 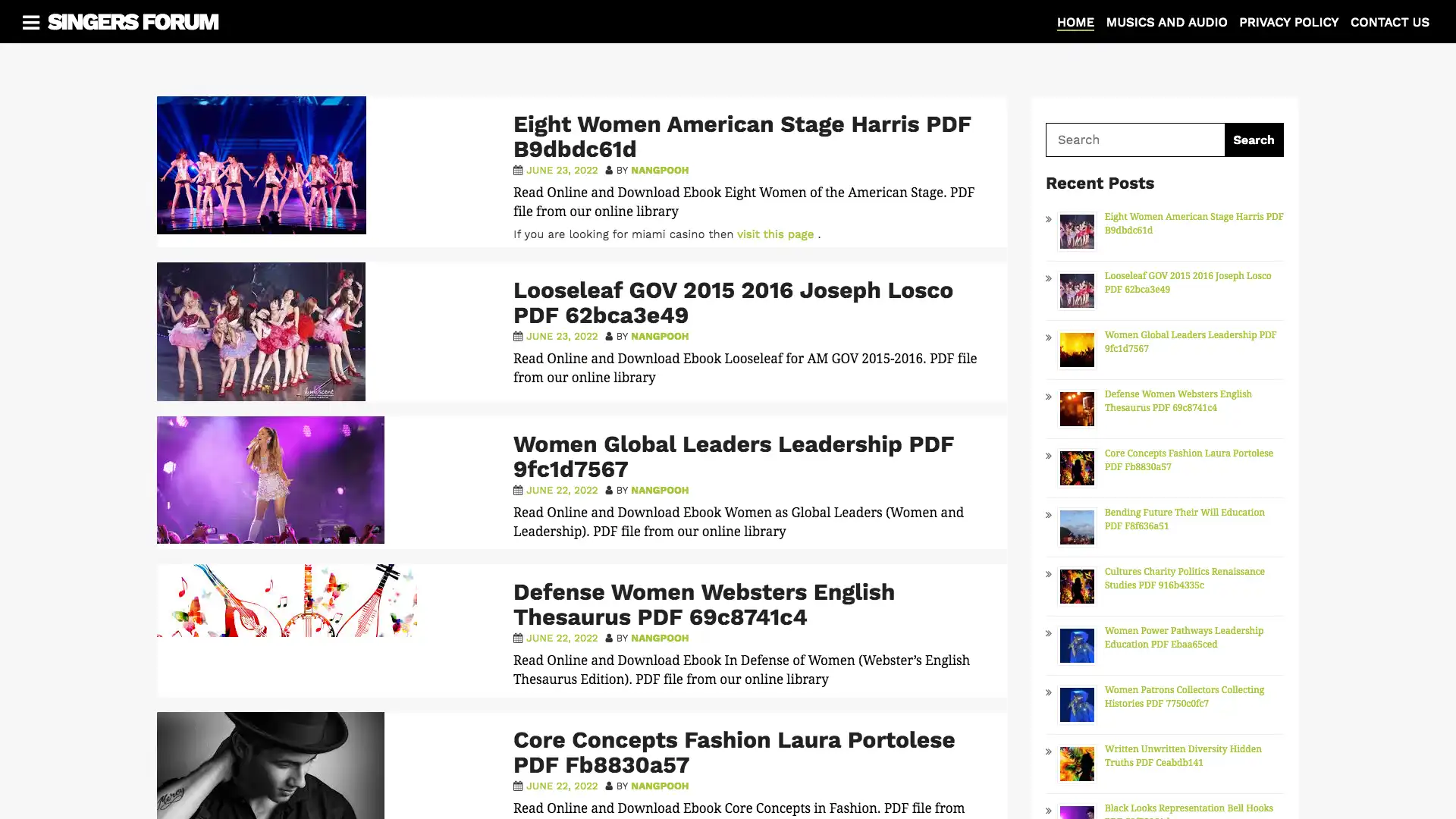 I want to click on Search, so click(x=1254, y=140).